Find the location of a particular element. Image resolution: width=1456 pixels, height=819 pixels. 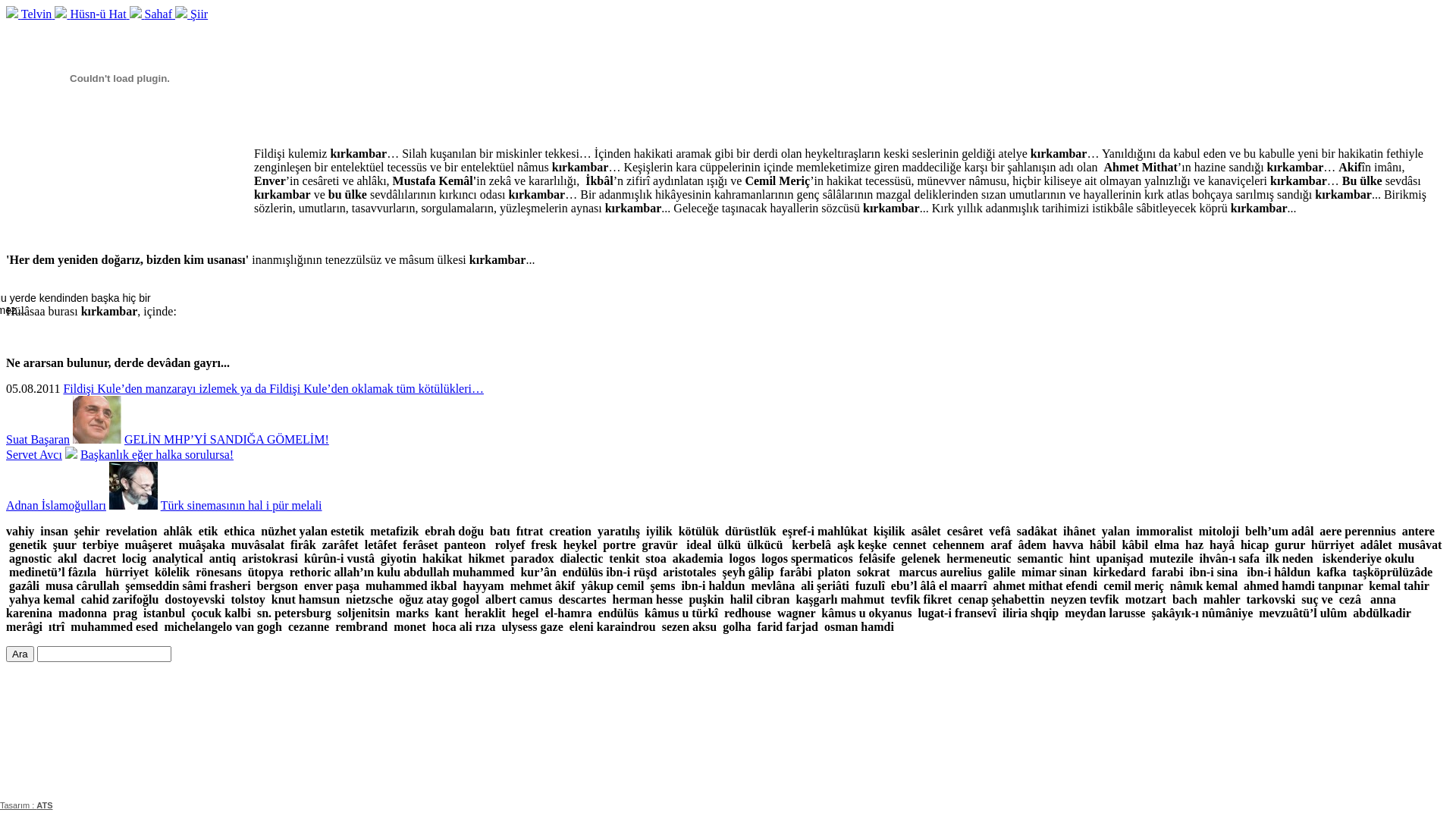

'Sahaf' is located at coordinates (152, 14).